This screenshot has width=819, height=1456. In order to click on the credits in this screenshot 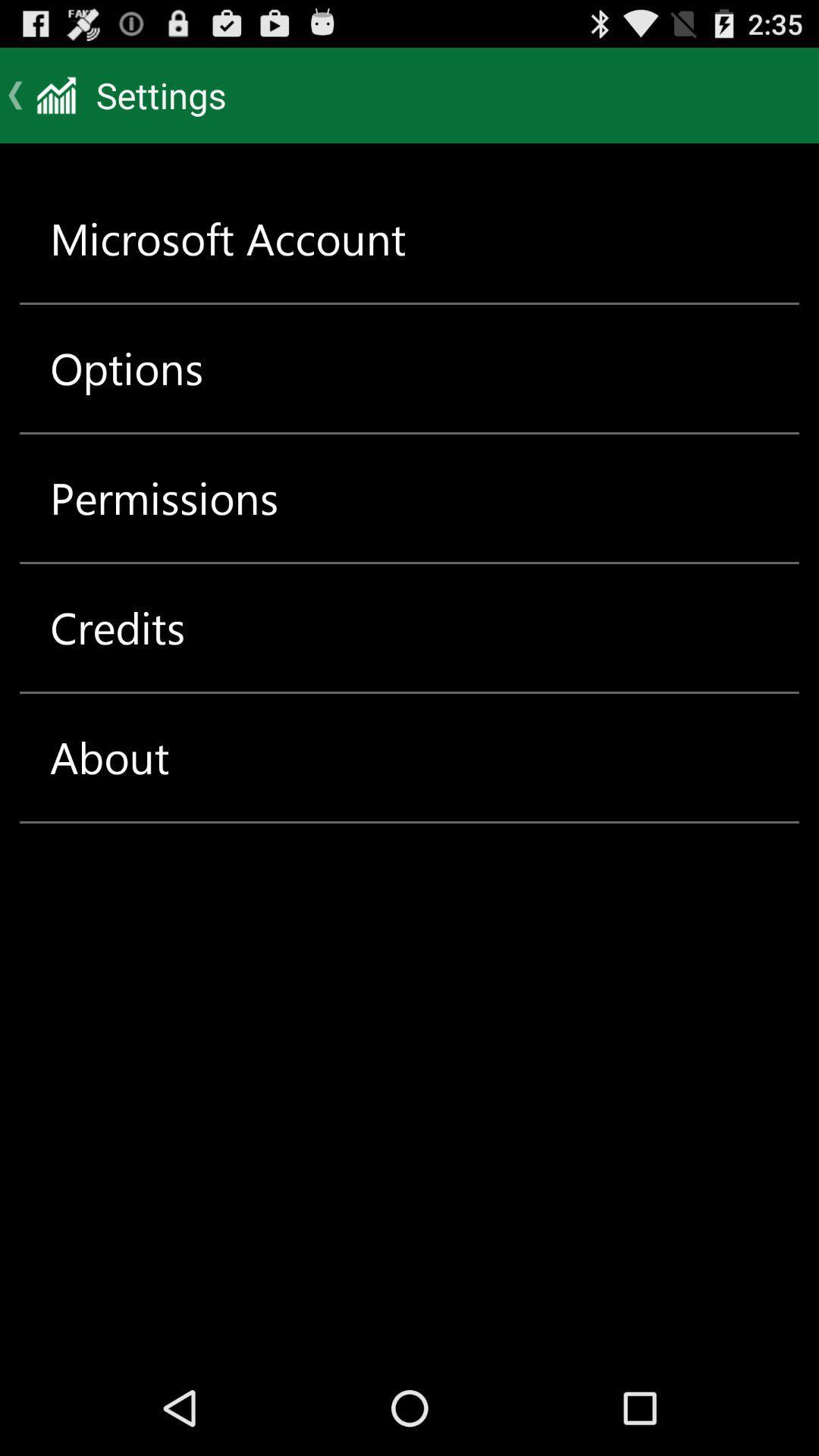, I will do `click(117, 628)`.